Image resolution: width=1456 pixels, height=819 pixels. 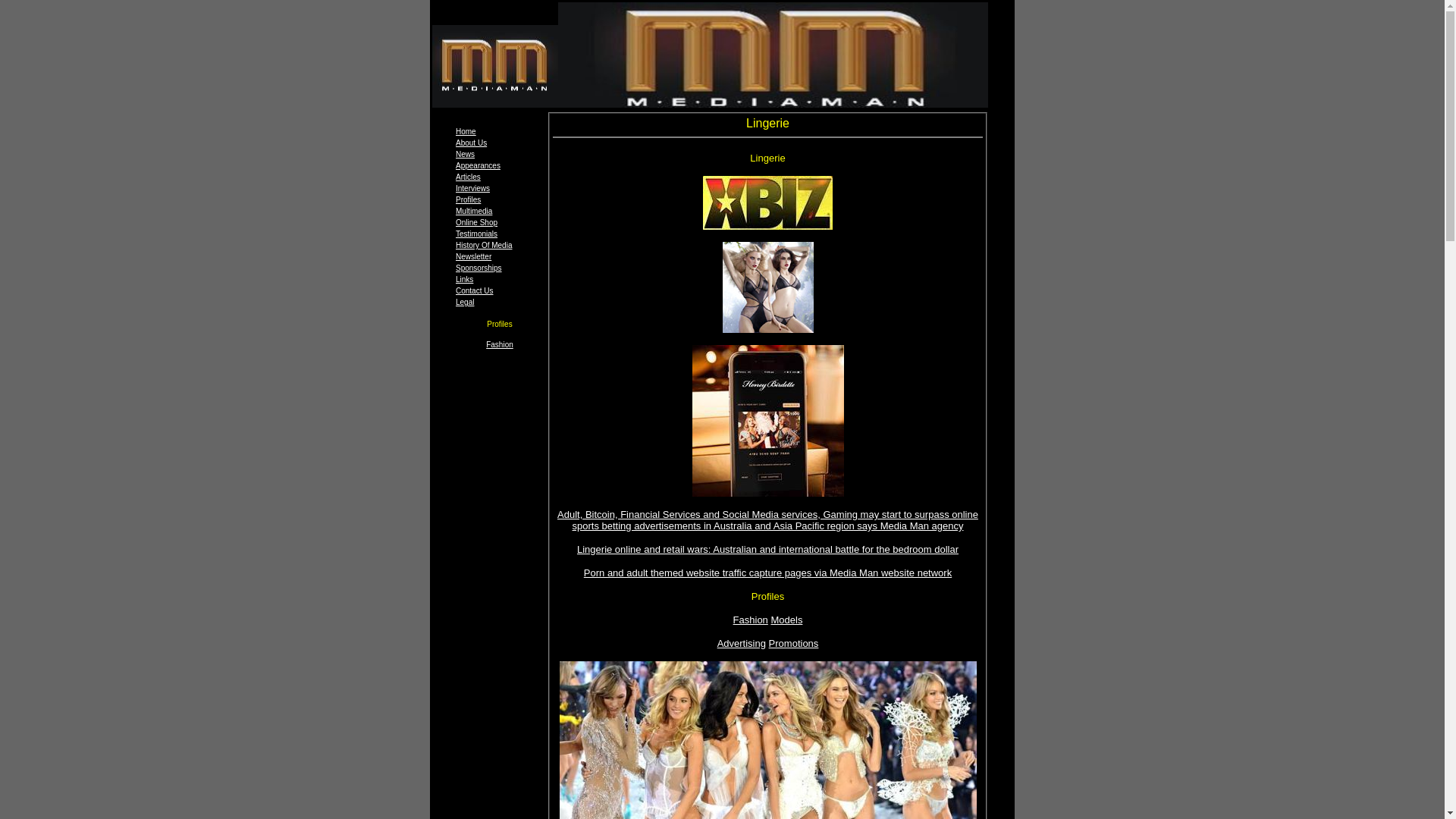 What do you see at coordinates (463, 279) in the screenshot?
I see `'Links'` at bounding box center [463, 279].